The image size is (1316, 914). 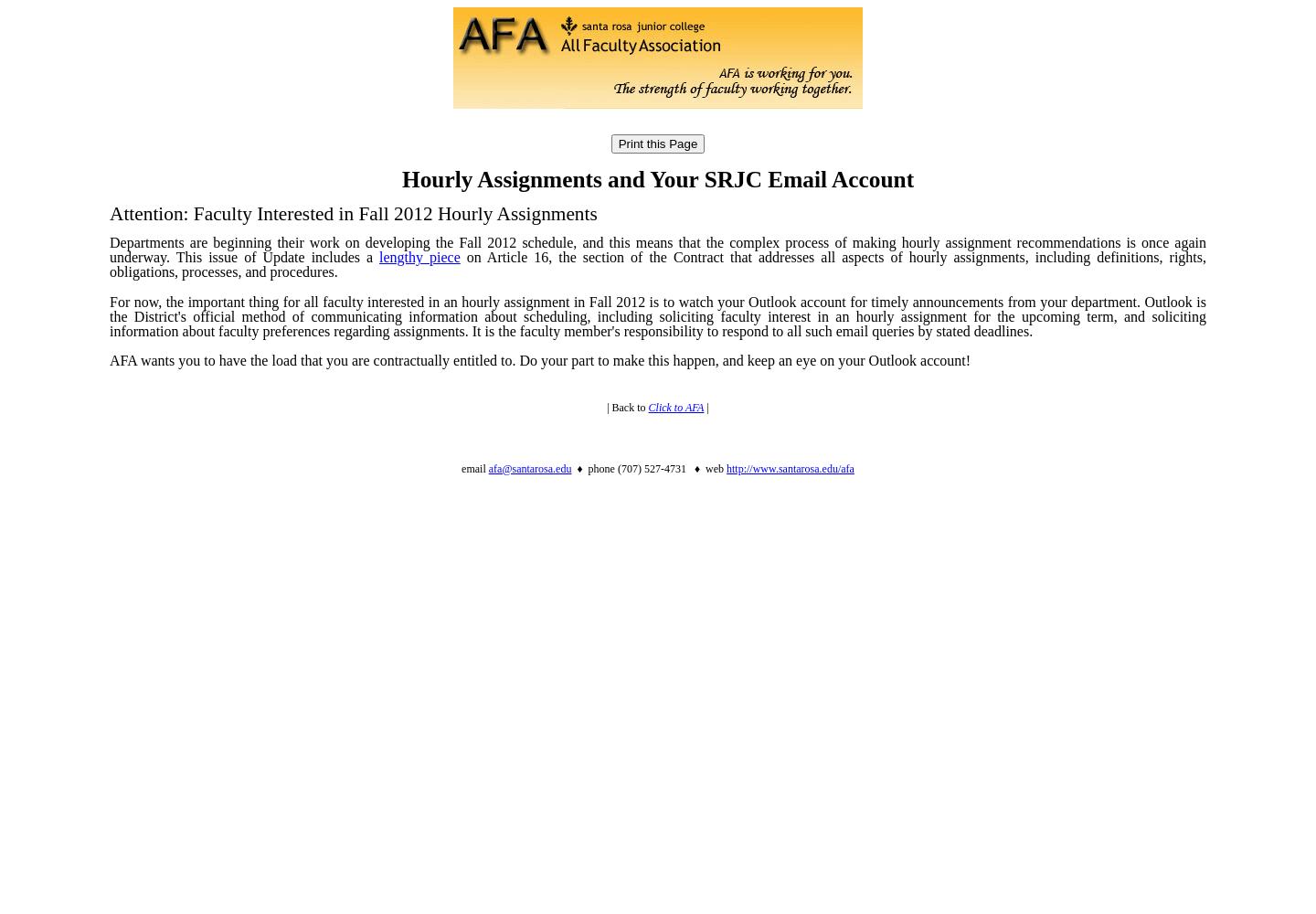 I want to click on 'email', so click(x=461, y=468).